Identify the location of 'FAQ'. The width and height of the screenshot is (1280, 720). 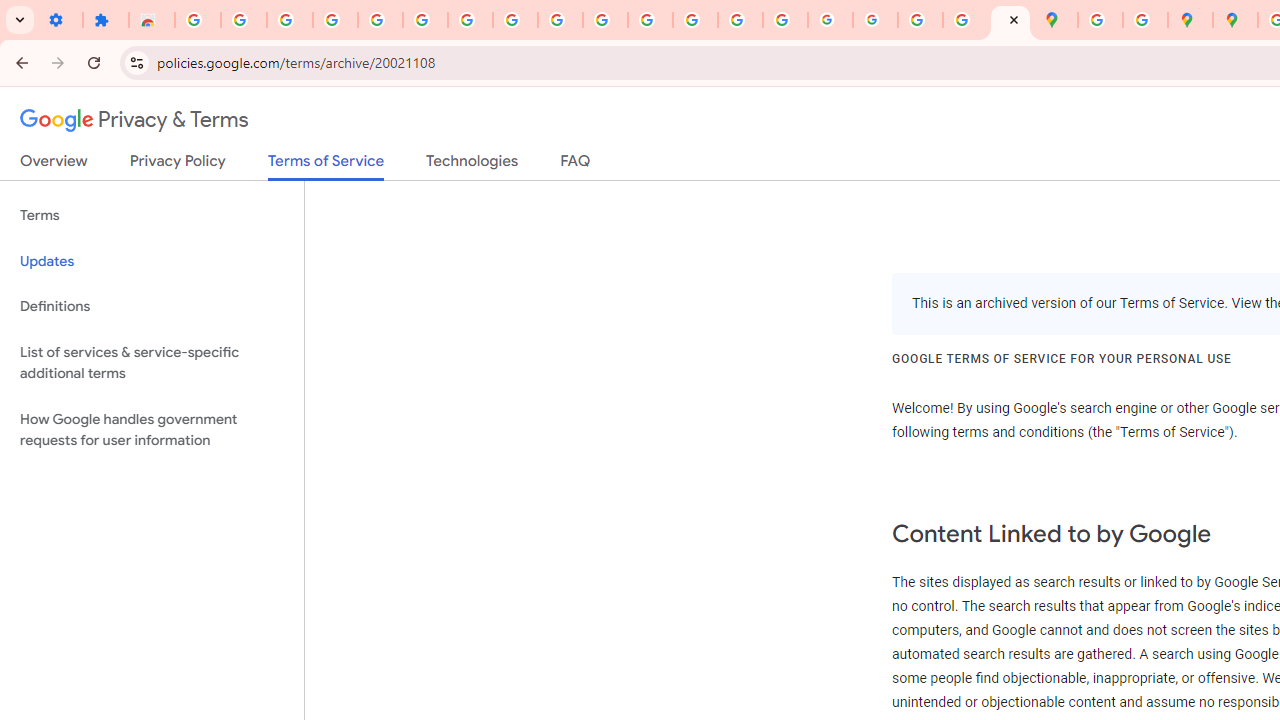
(575, 164).